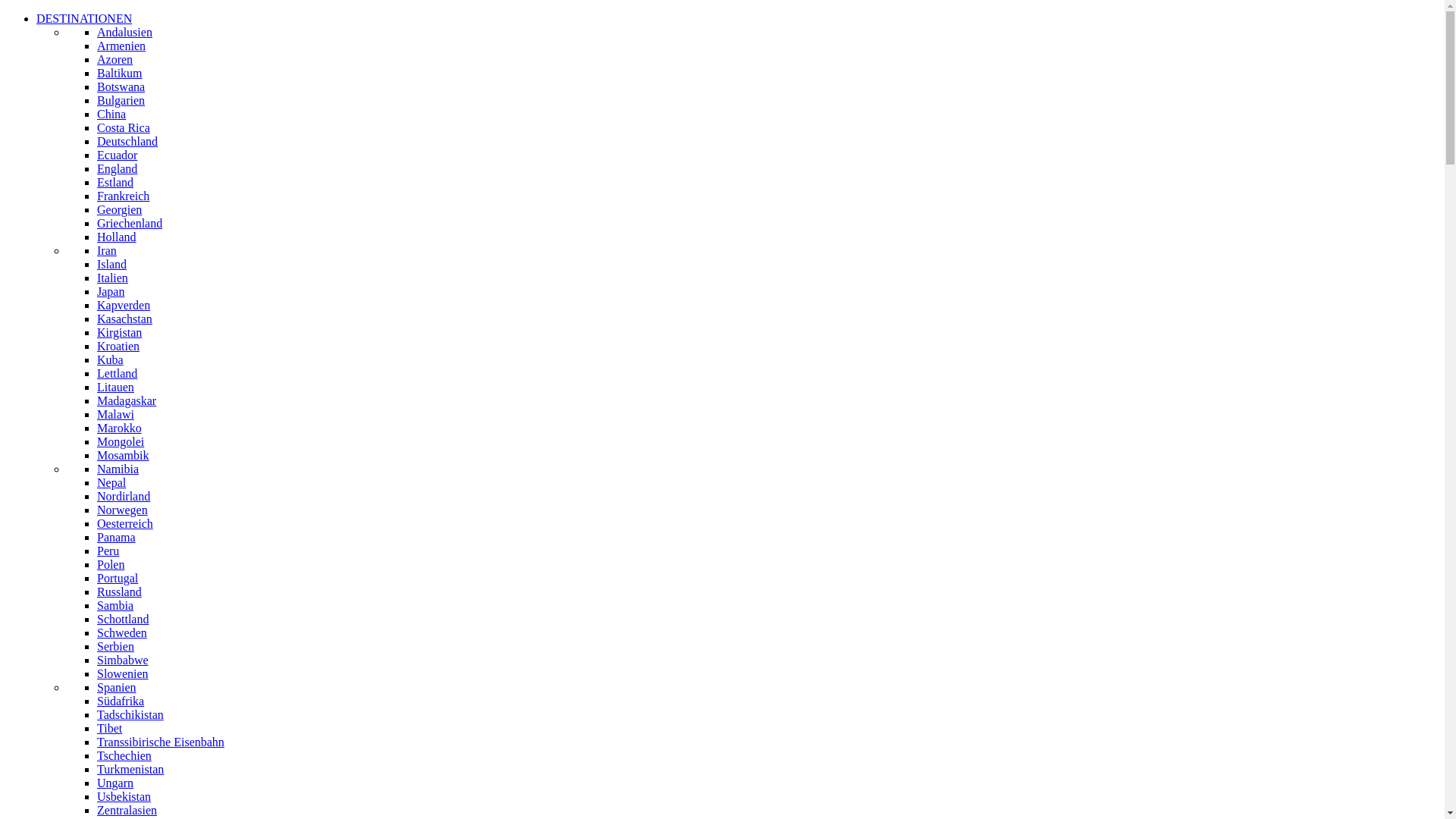  What do you see at coordinates (119, 73) in the screenshot?
I see `'Baltikum'` at bounding box center [119, 73].